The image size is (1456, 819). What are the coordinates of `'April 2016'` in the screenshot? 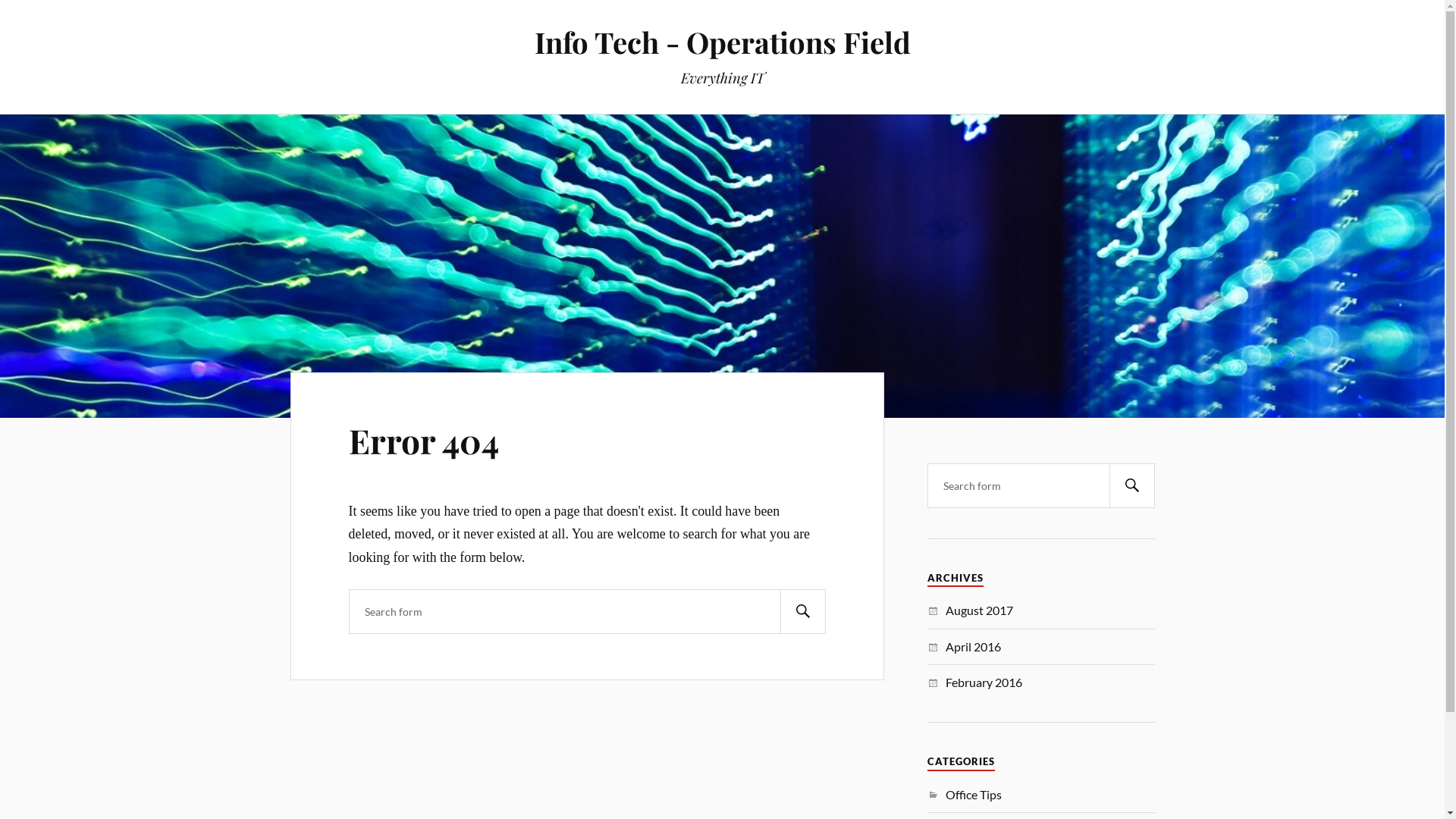 It's located at (973, 646).